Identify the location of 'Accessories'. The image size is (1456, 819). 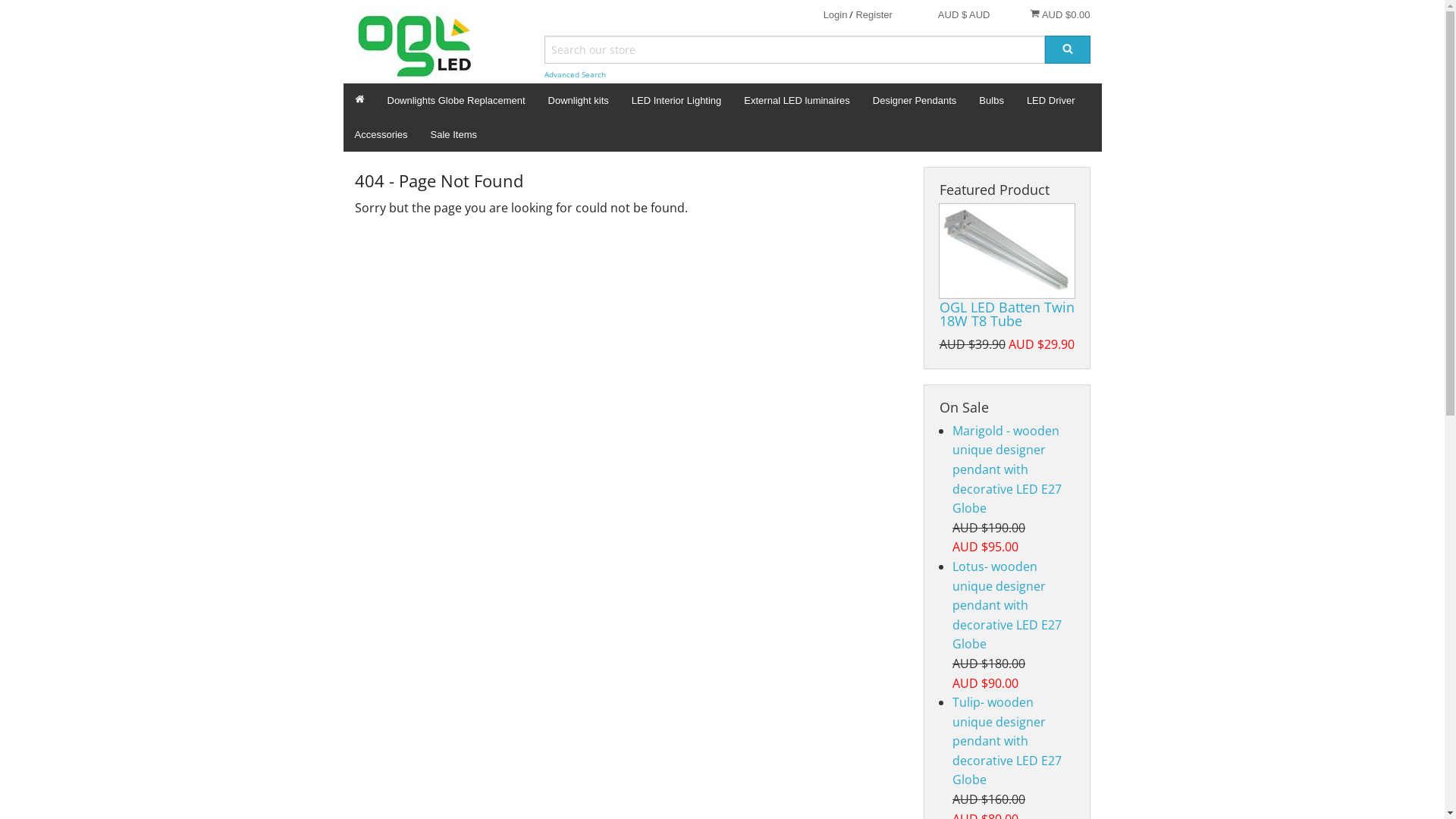
(381, 133).